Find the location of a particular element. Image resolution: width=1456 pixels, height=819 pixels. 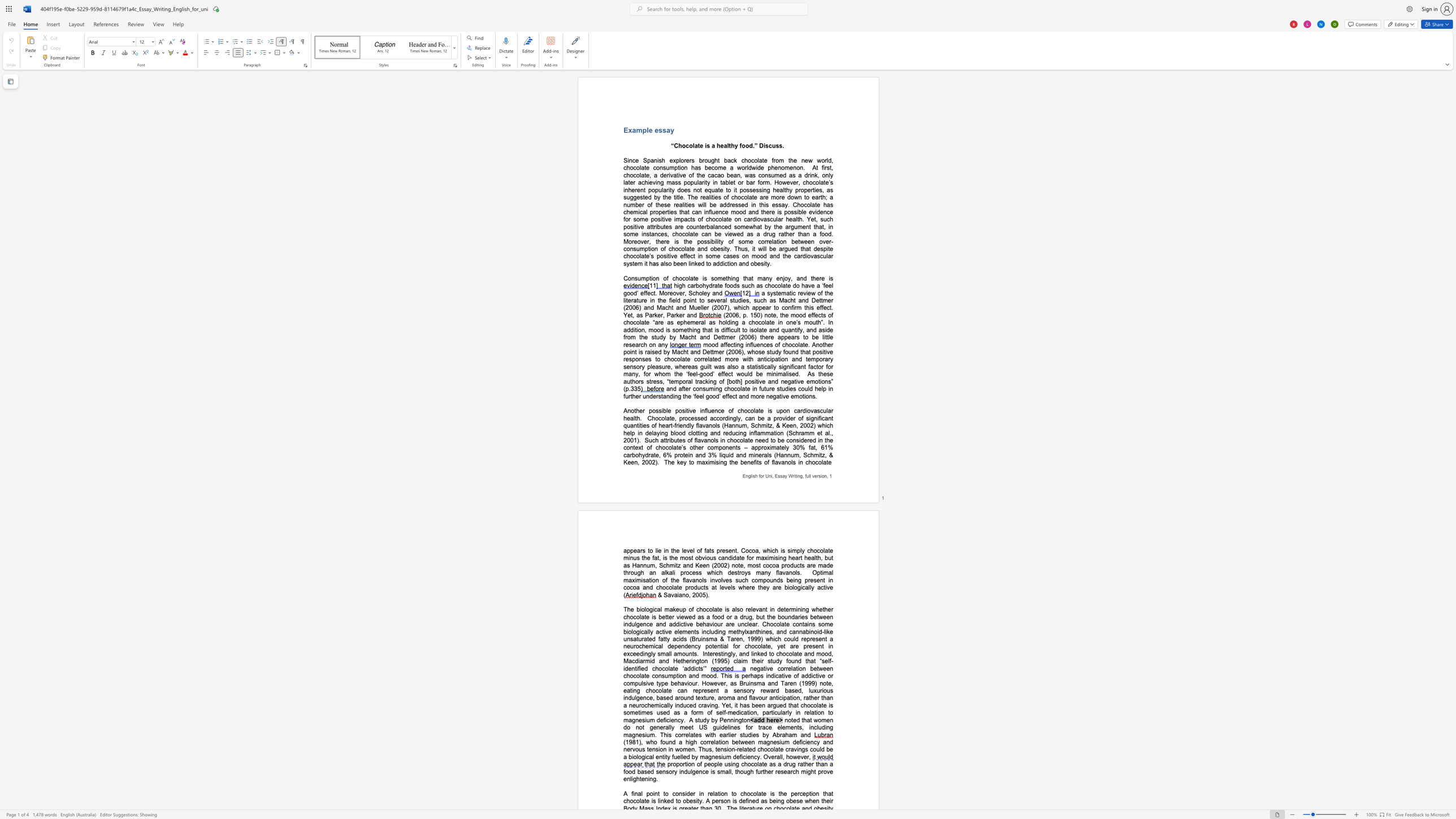

the 1th character "," in the text is located at coordinates (800, 697).